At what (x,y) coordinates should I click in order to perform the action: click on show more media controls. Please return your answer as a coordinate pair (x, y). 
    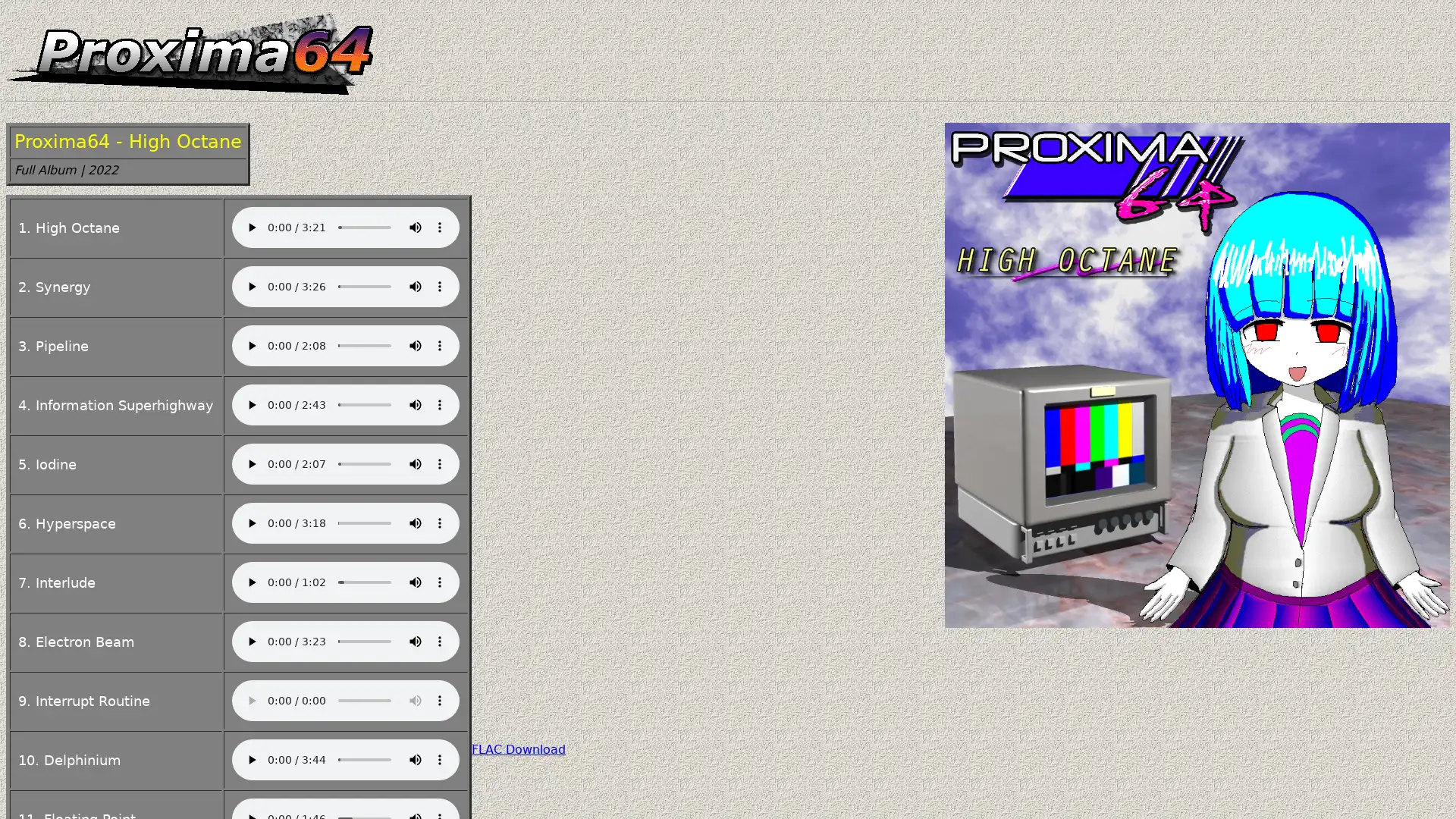
    Looking at the image, I should click on (439, 345).